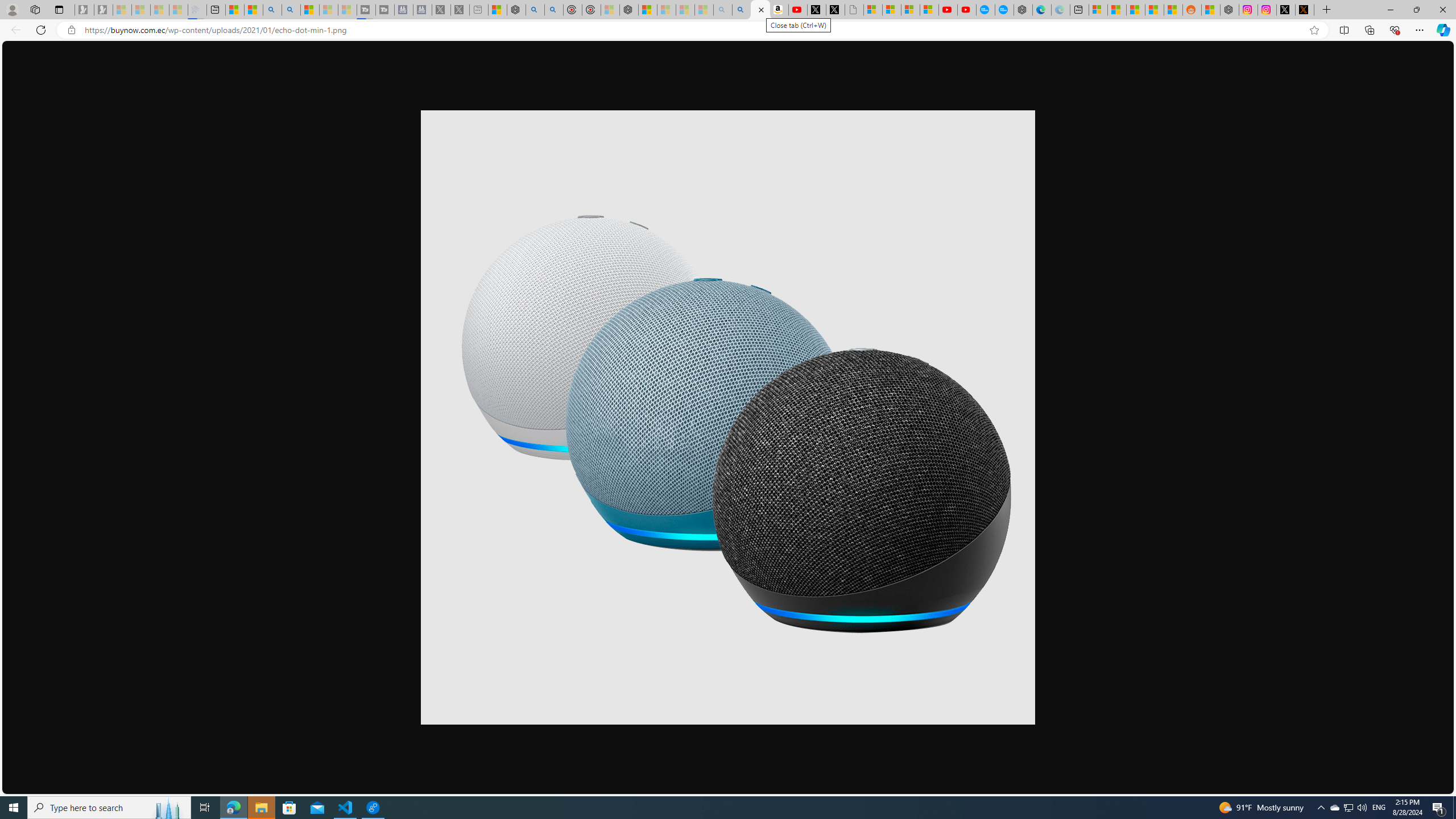 This screenshot has height=819, width=1456. I want to click on 'Day 1: Arriving in Yemen (surreal to be here) - YouTube', so click(797, 9).